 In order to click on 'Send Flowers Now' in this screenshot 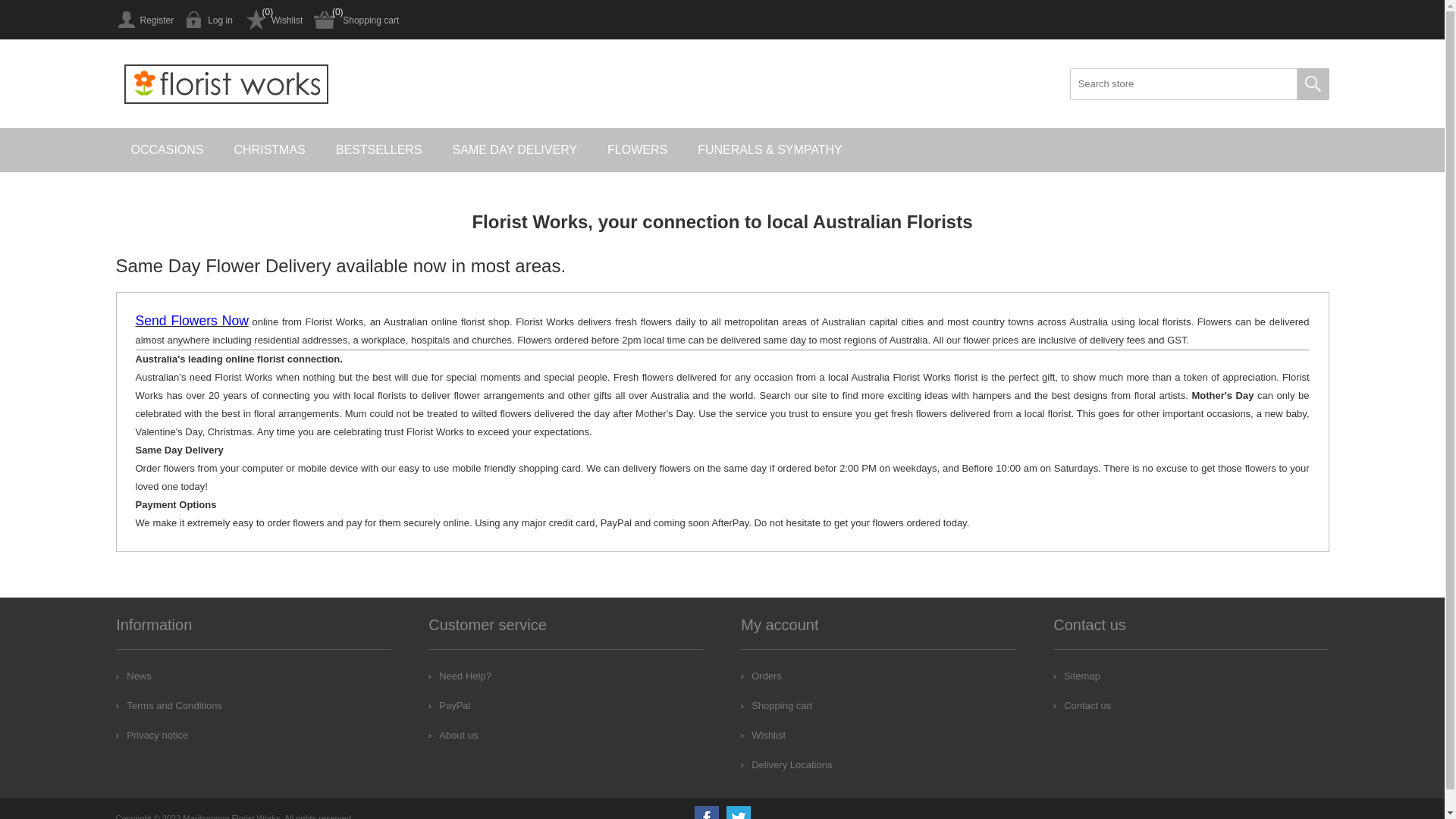, I will do `click(190, 321)`.